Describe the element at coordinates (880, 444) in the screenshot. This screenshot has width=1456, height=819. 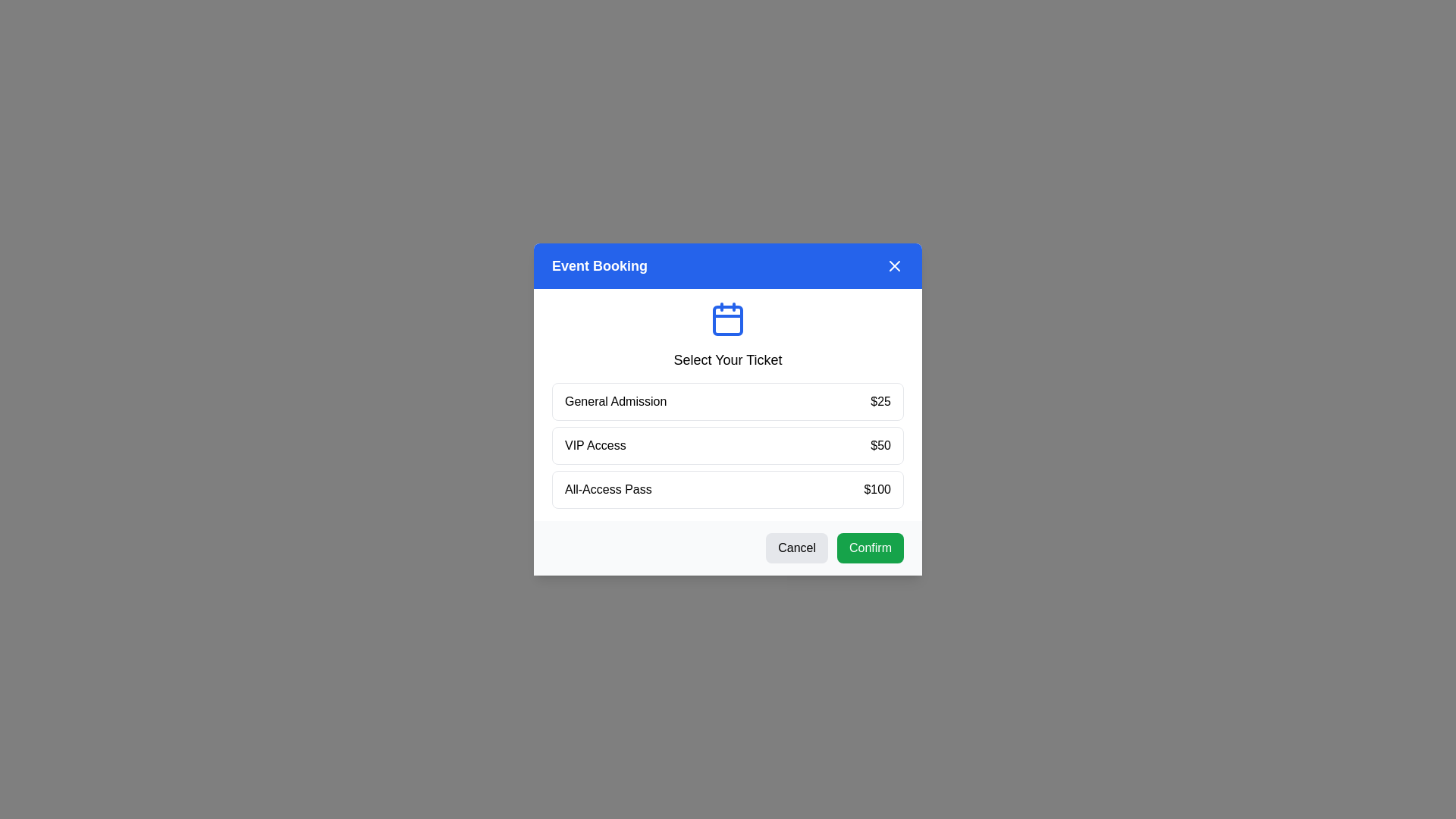
I see `the Static Text displaying the price "$50", which is located to the right of the text "VIP Access" in the second row of the ticket selection menu` at that location.